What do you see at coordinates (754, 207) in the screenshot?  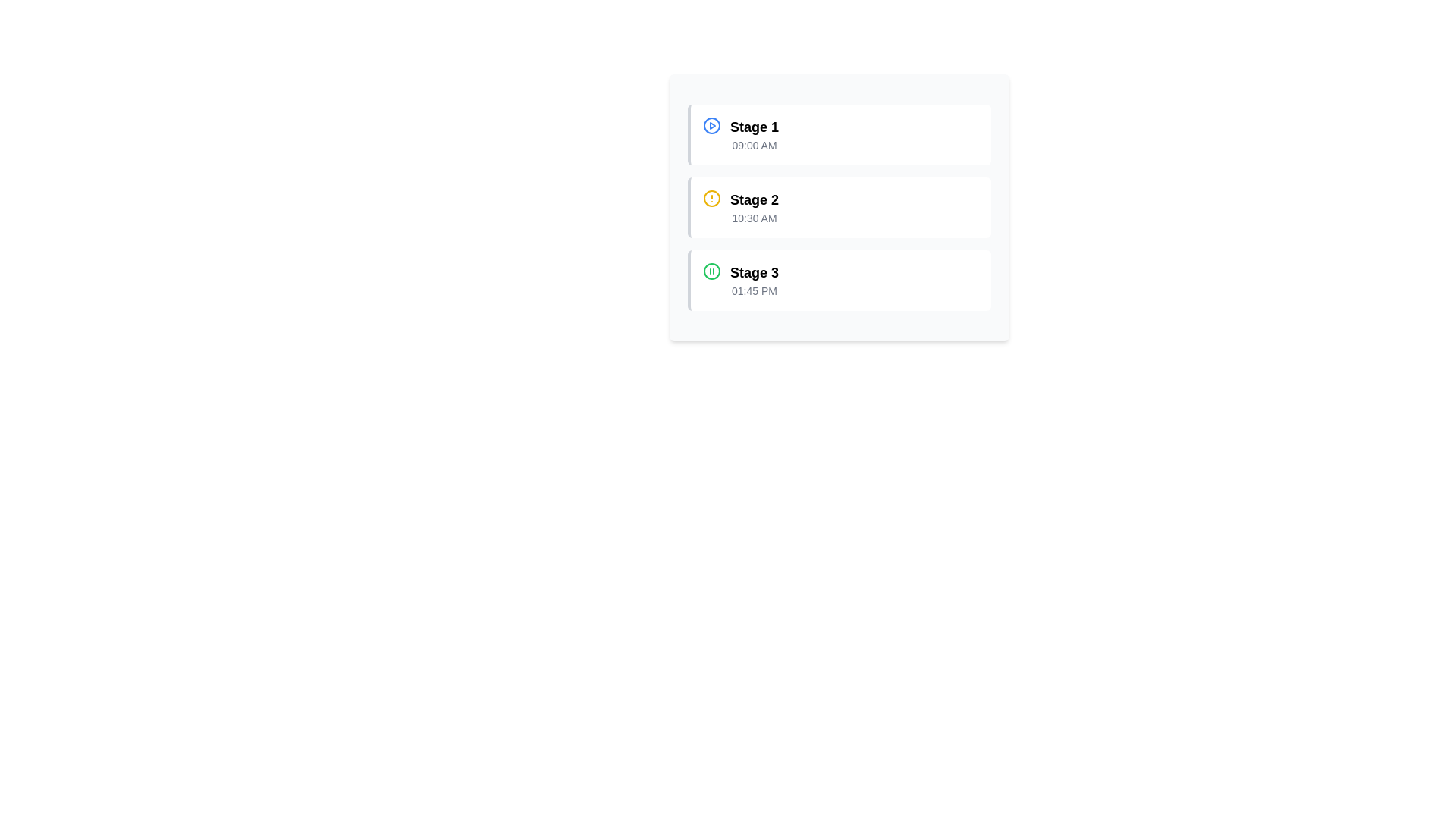 I see `the 'Stage 2' Grouped Text Label` at bounding box center [754, 207].